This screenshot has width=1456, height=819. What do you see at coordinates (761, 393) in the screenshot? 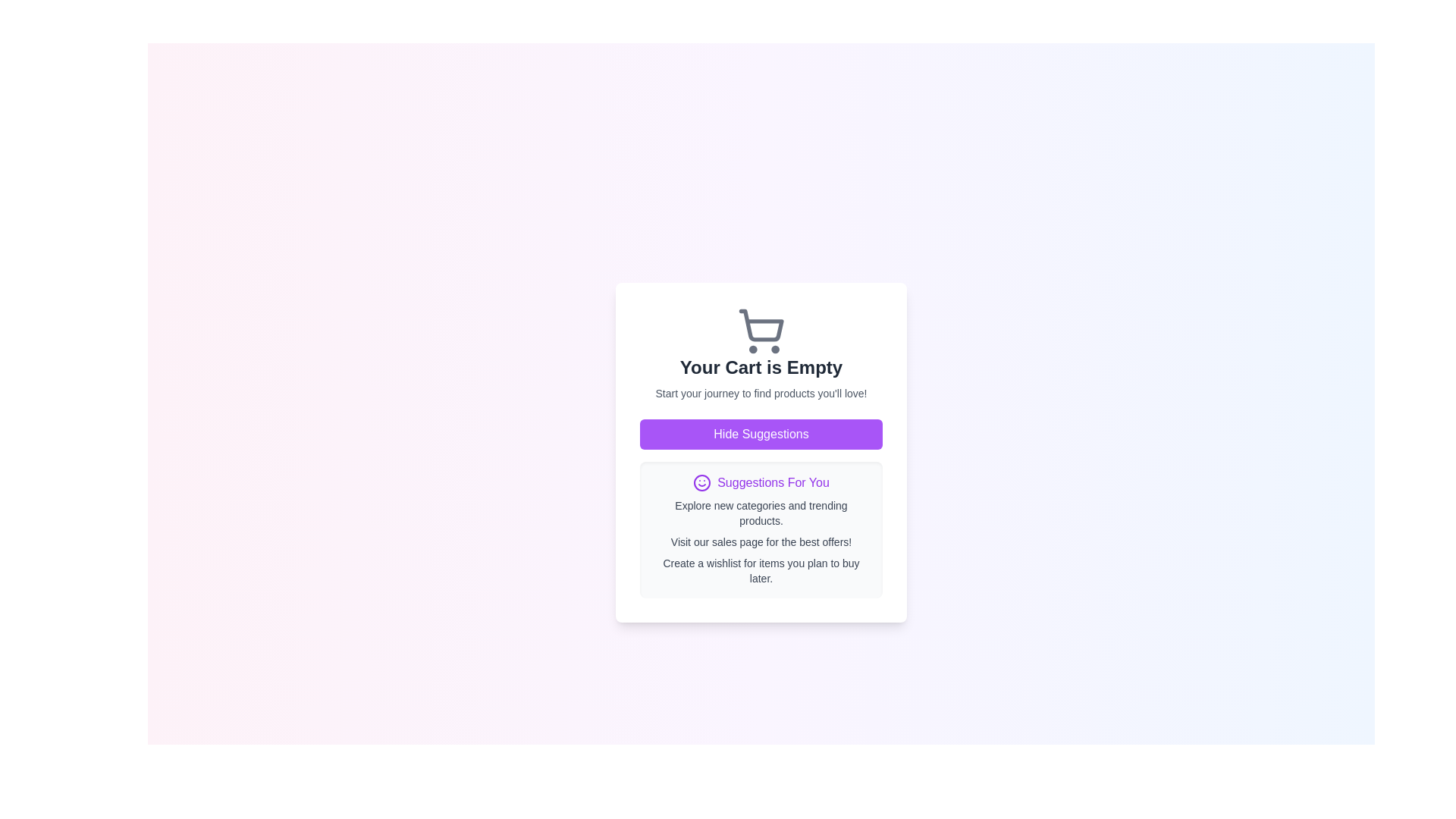
I see `guiding text positioned below the heading 'Your Cart is Empty' and above the purple button labeled 'Hide Suggestions'` at bounding box center [761, 393].